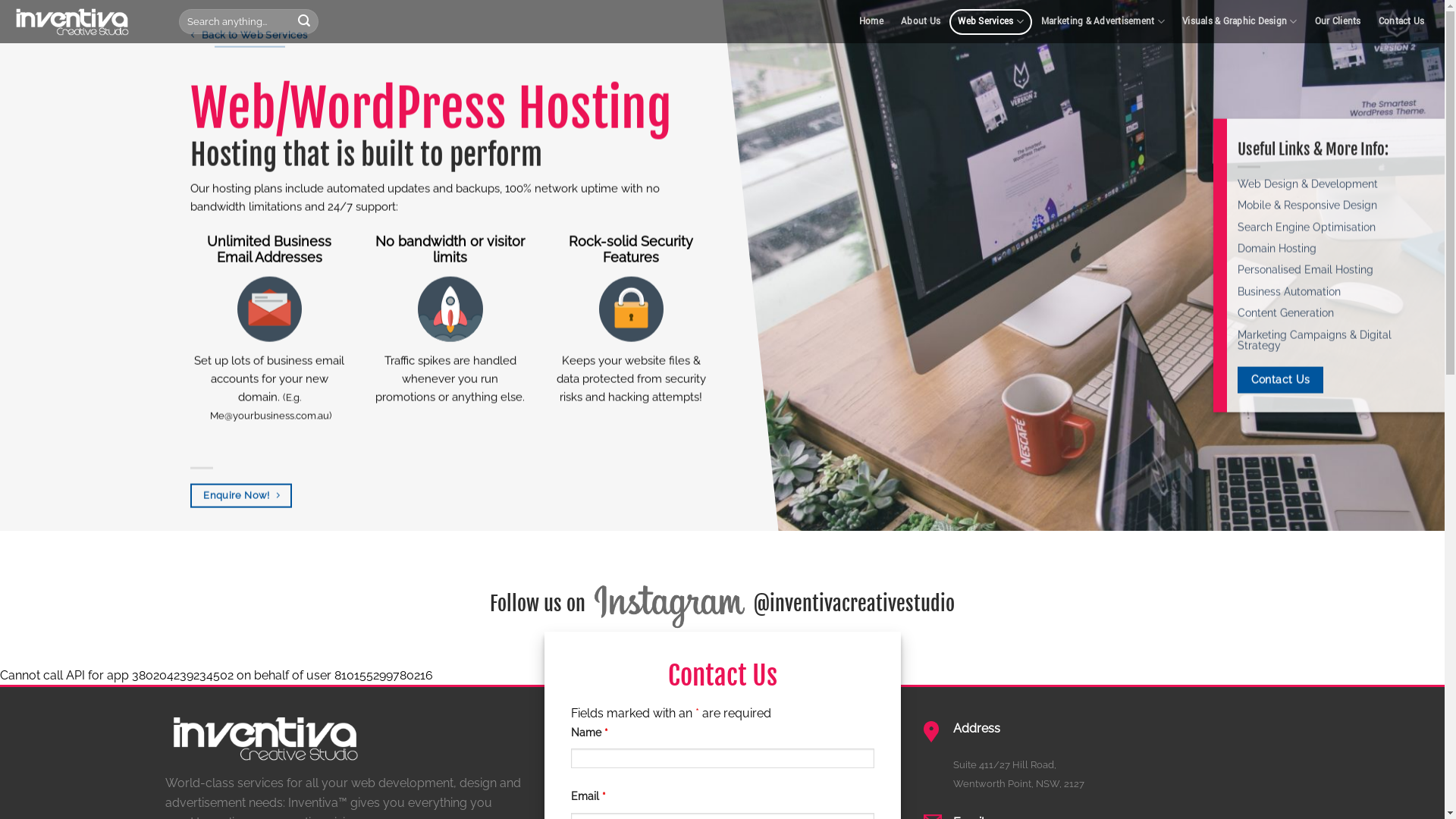 The height and width of the screenshot is (819, 1456). Describe the element at coordinates (303, 22) in the screenshot. I see `'Search'` at that location.